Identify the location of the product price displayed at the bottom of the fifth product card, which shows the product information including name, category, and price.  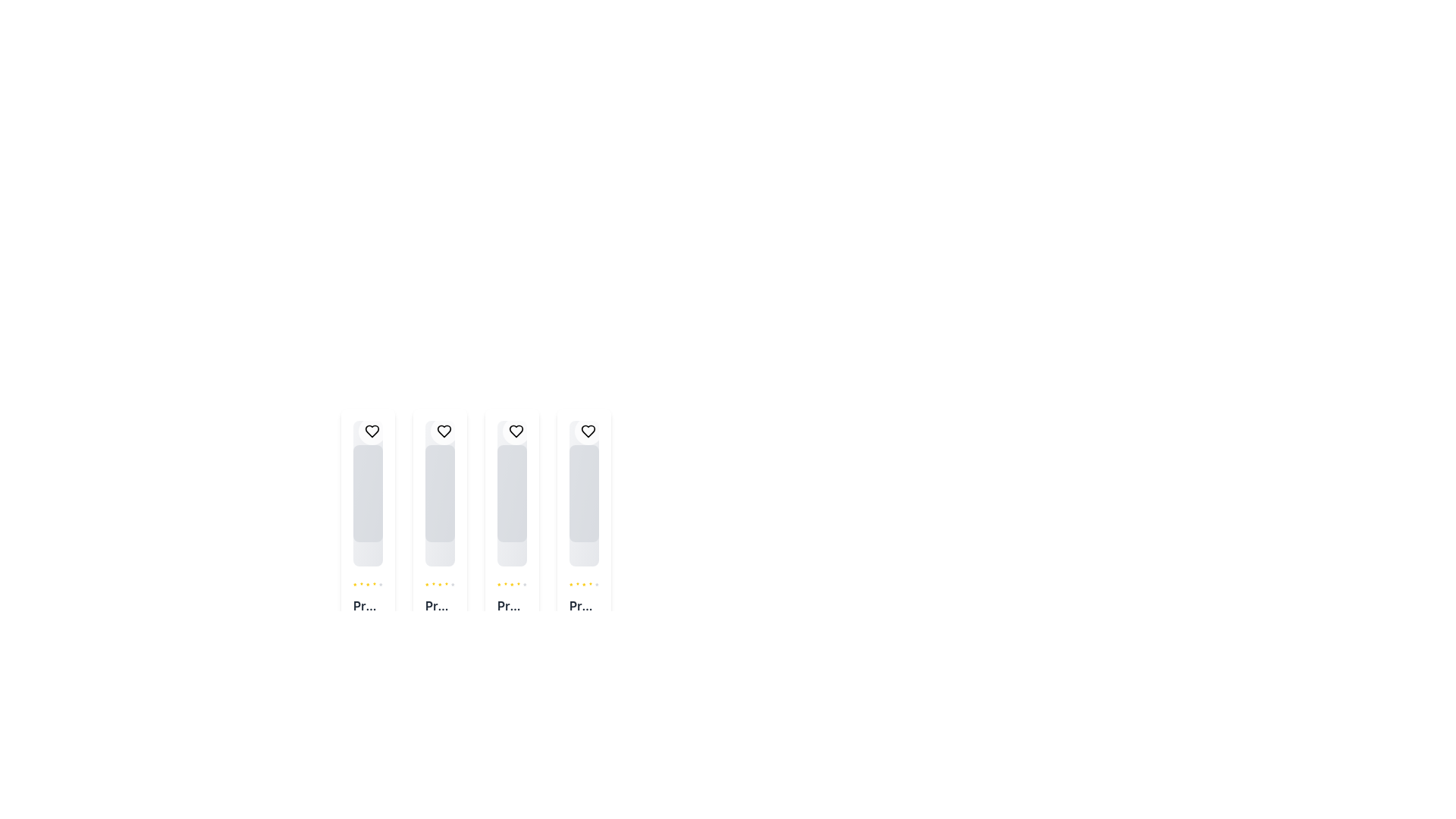
(583, 623).